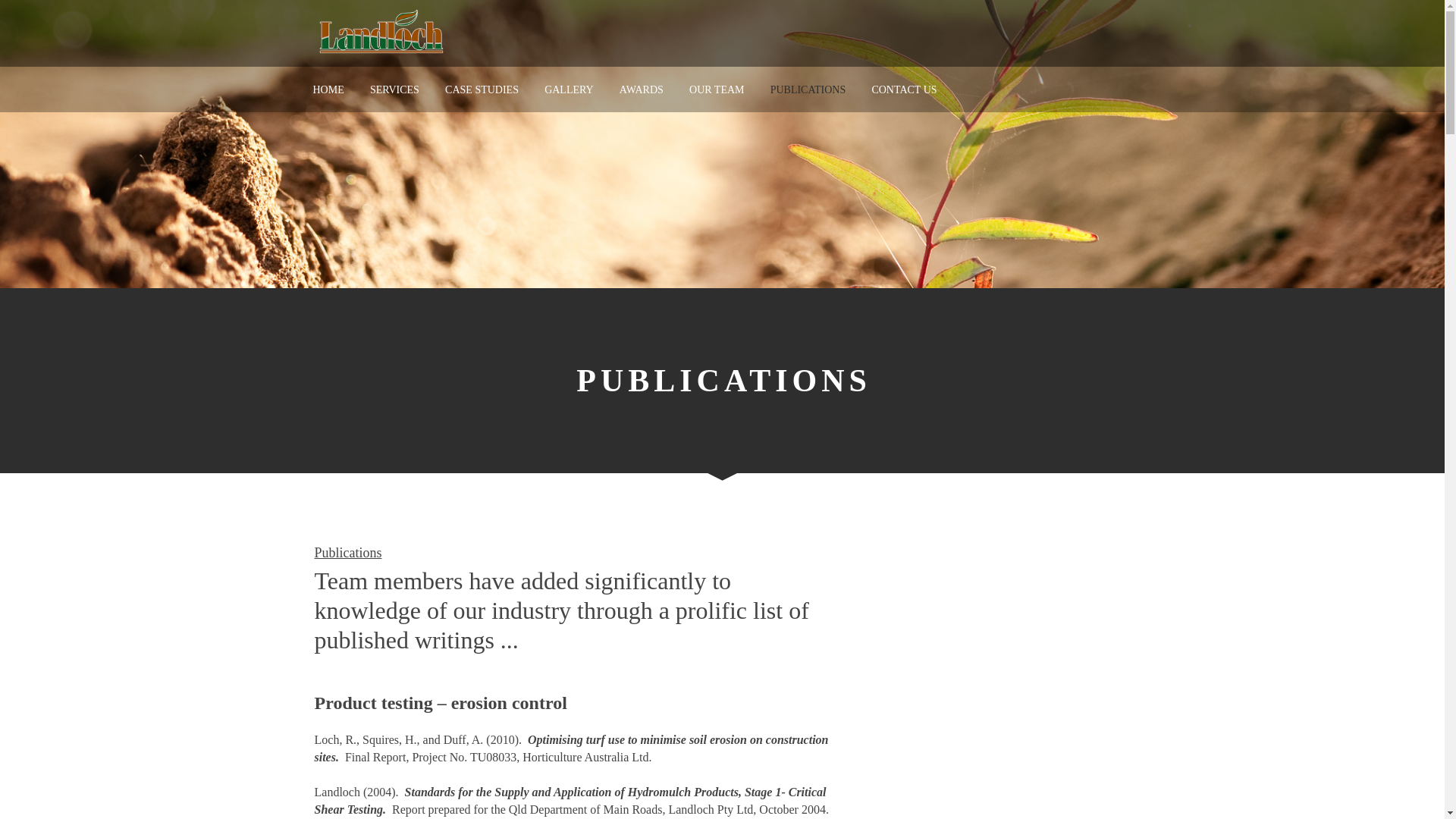 The image size is (1456, 819). Describe the element at coordinates (770, 89) in the screenshot. I see `'PUBLICATIONS'` at that location.